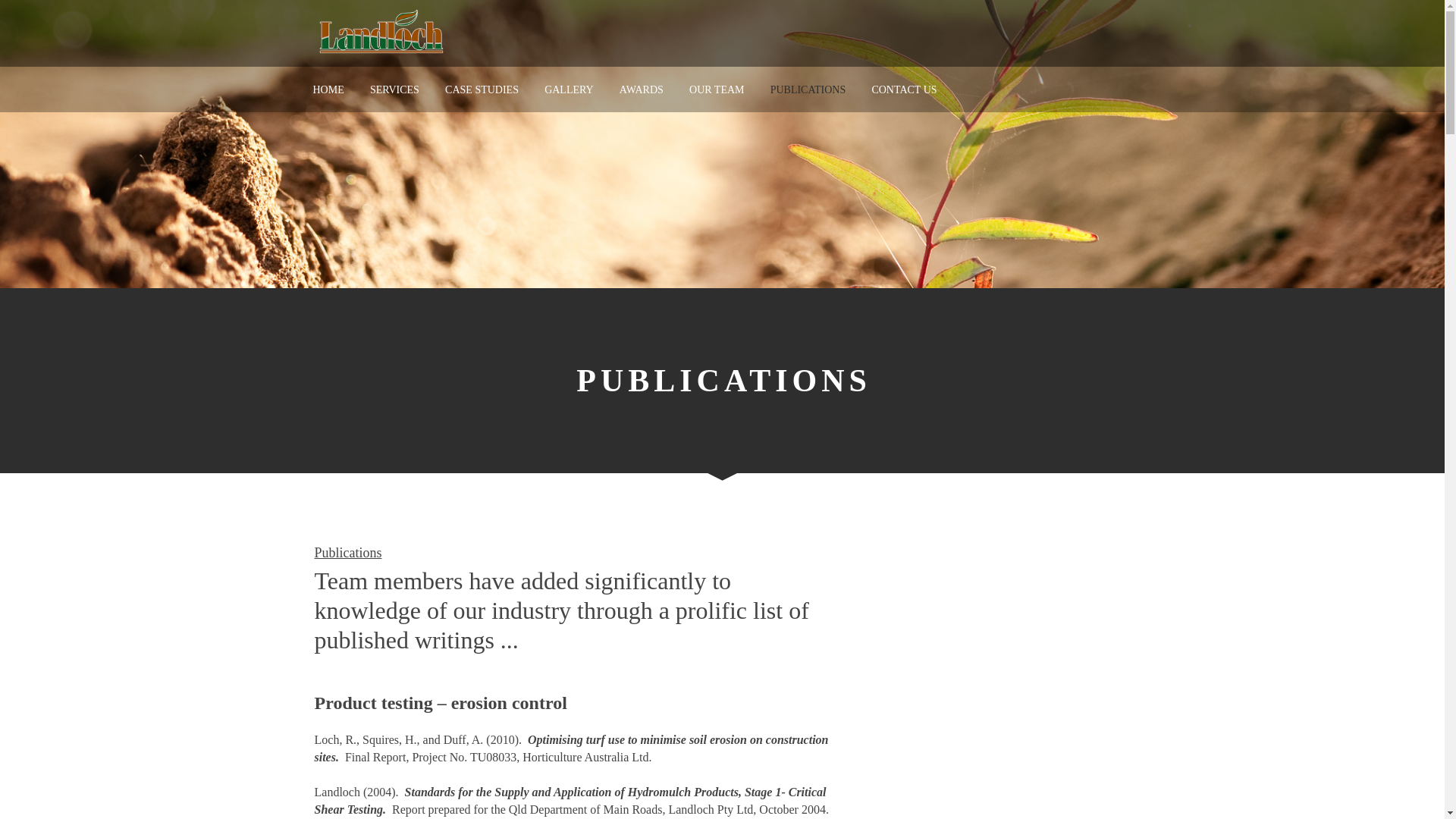 The image size is (1456, 819). Describe the element at coordinates (770, 89) in the screenshot. I see `'PUBLICATIONS'` at that location.